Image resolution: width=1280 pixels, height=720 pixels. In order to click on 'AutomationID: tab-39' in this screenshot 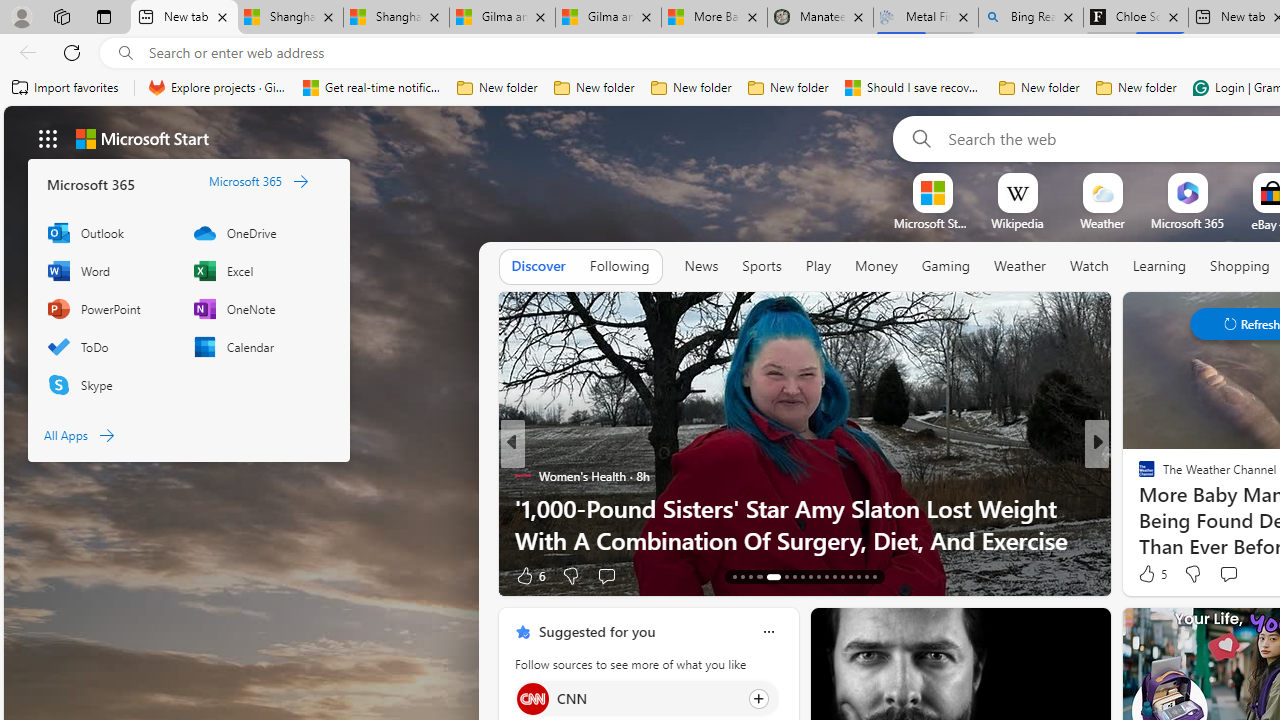, I will do `click(850, 577)`.